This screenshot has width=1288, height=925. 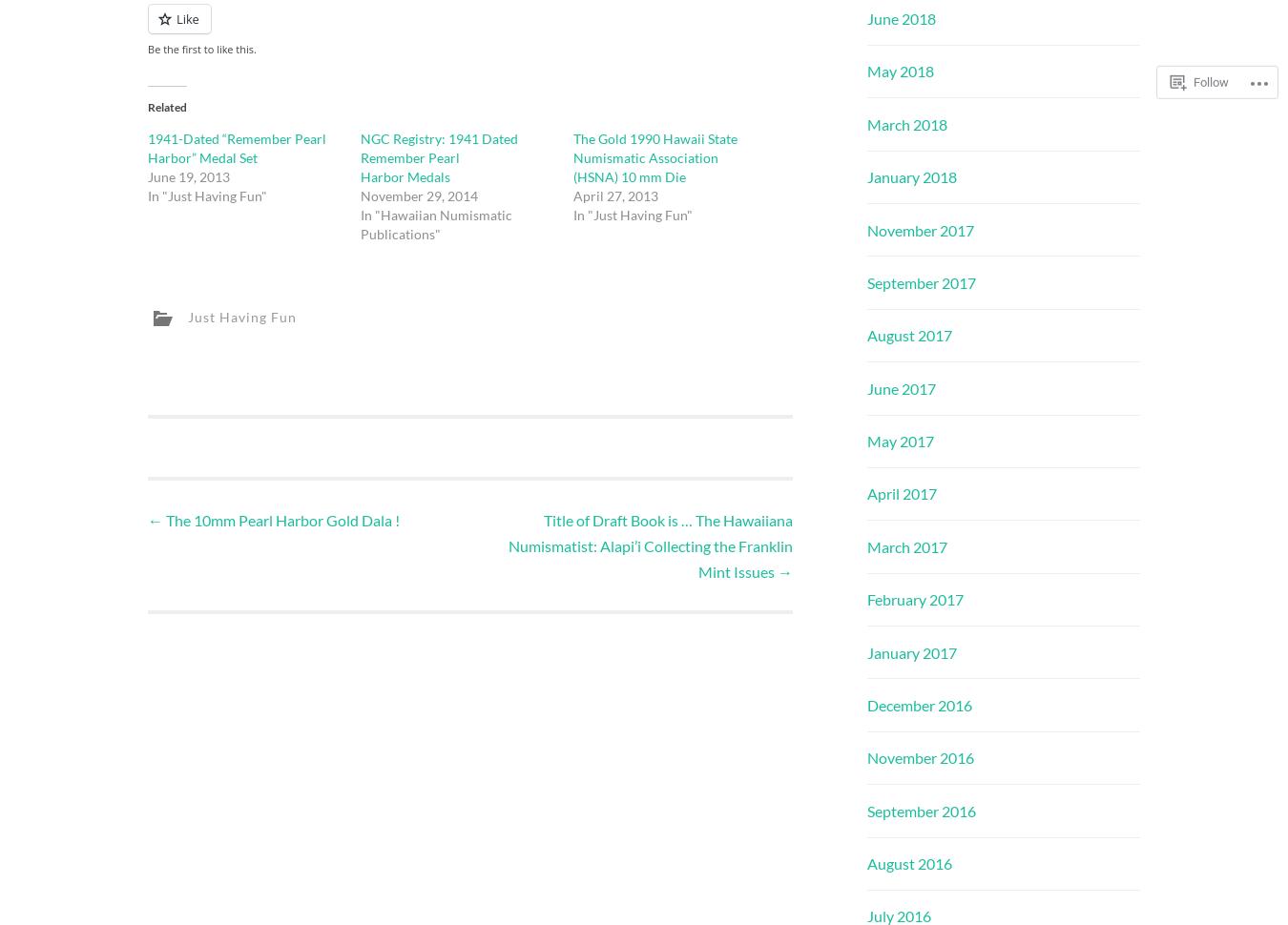 I want to click on 'April 2017', so click(x=865, y=493).